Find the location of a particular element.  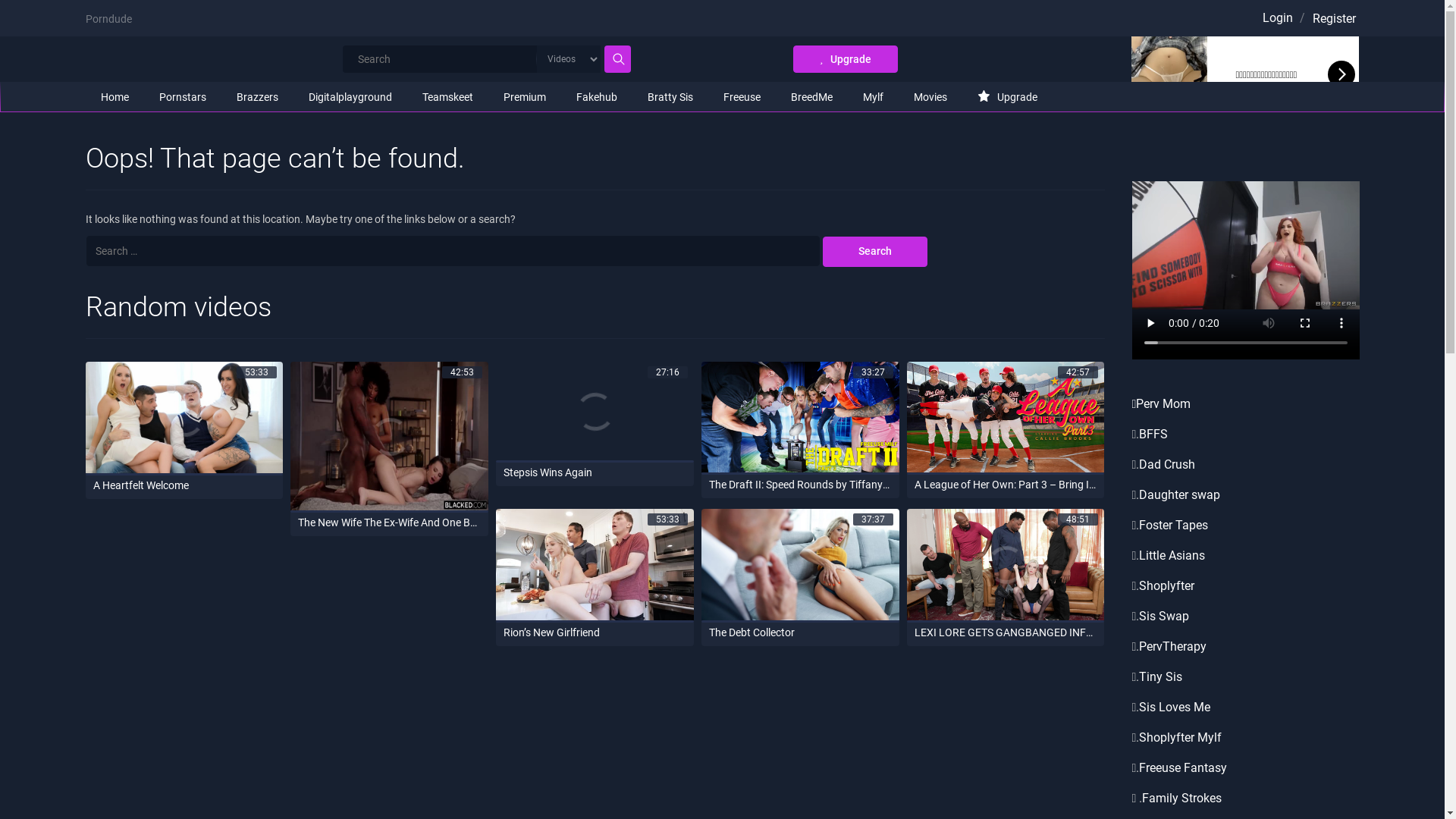

'Porndude' is located at coordinates (107, 18).